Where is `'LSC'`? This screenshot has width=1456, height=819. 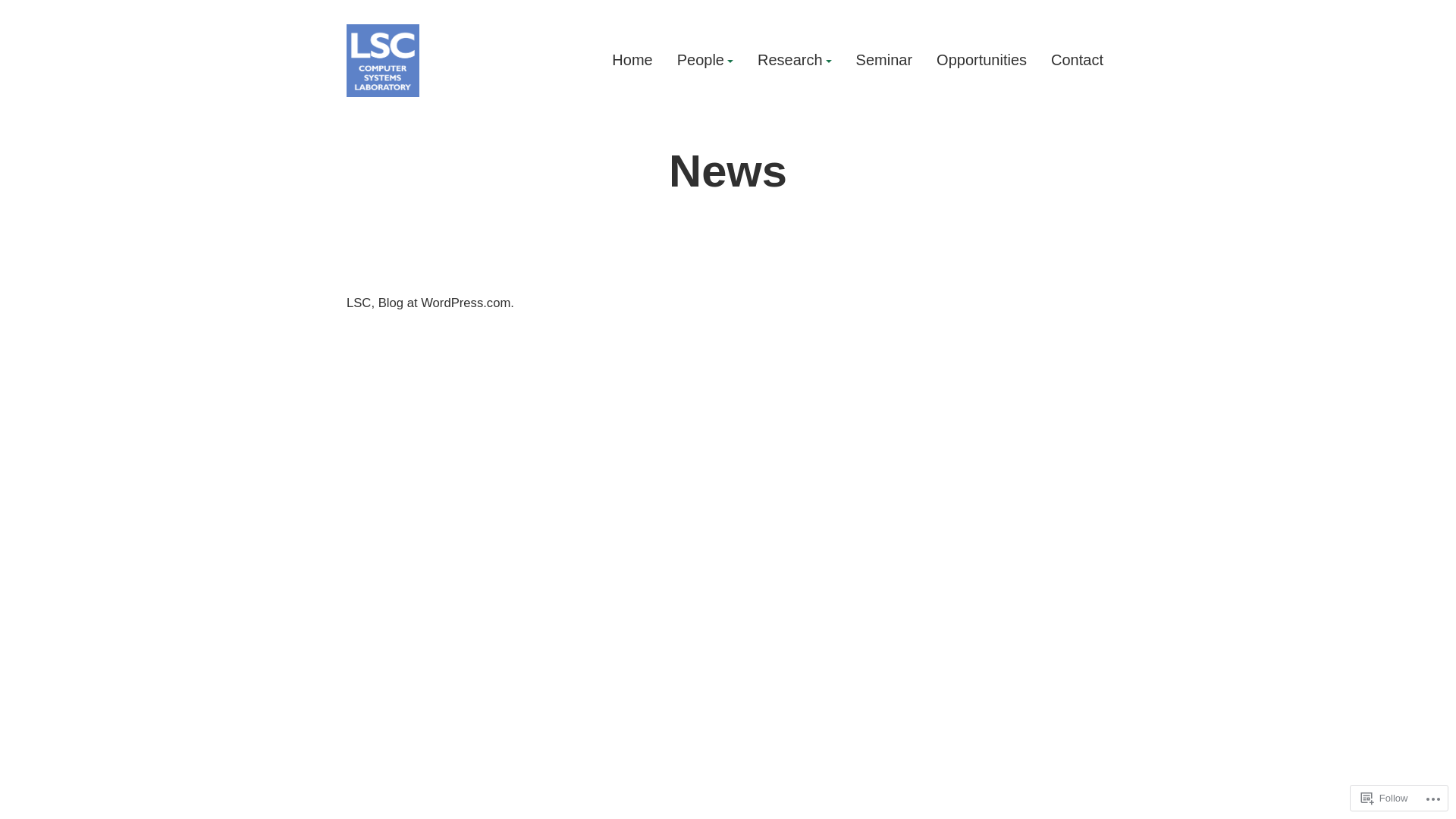
'LSC' is located at coordinates (345, 303).